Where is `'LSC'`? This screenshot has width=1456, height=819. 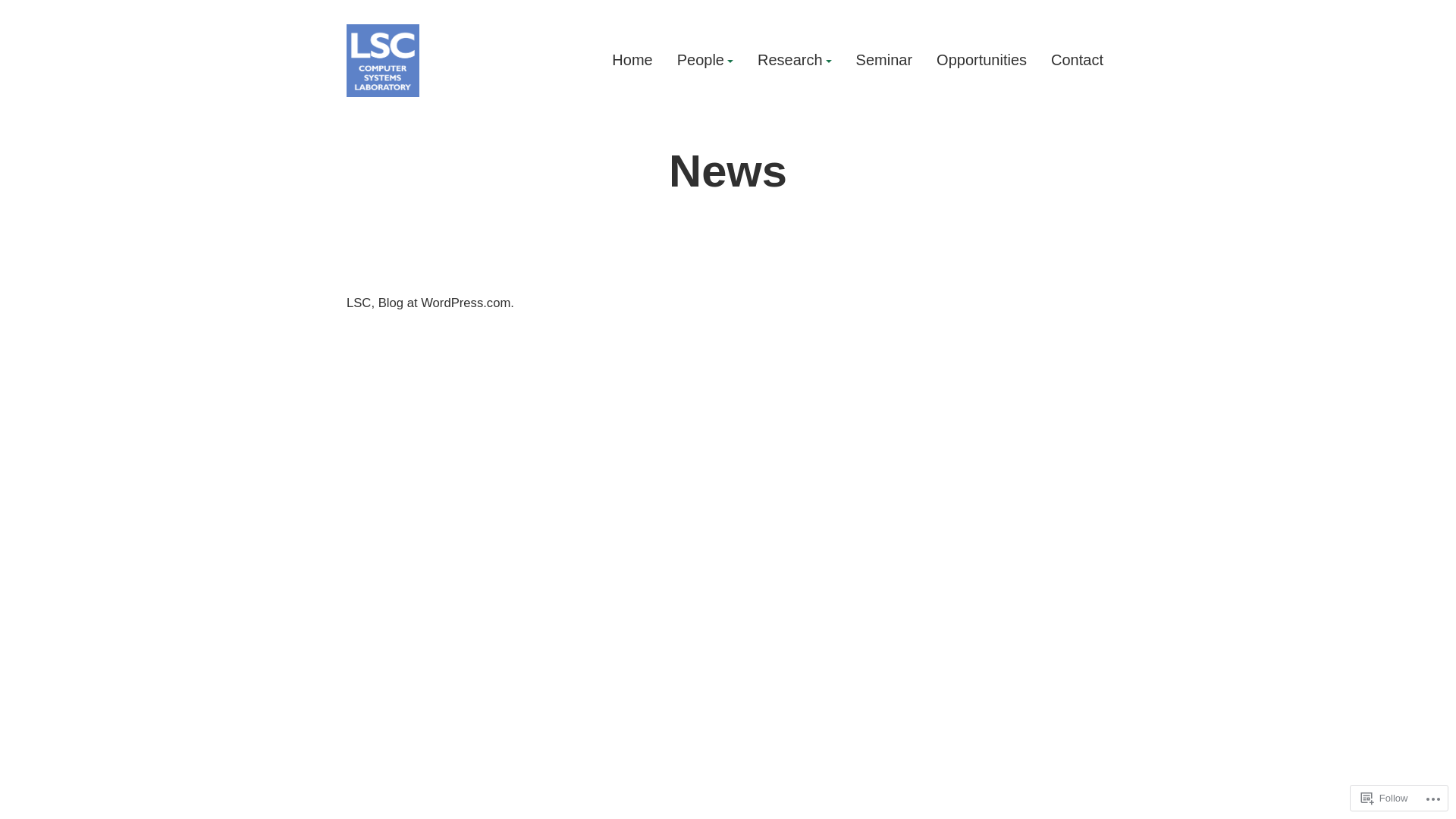
'LSC' is located at coordinates (345, 303).